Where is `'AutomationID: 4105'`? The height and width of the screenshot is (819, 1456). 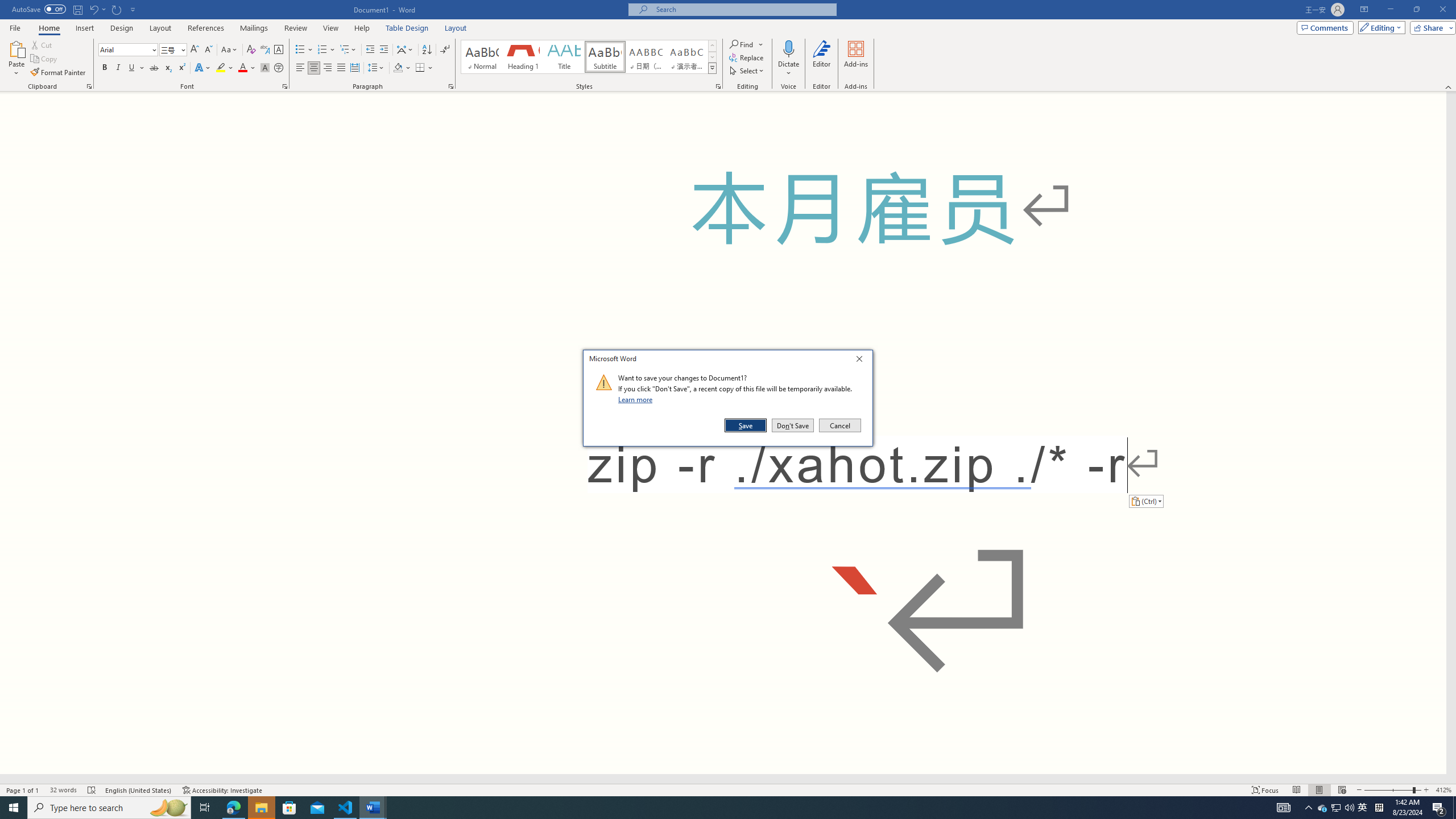
'AutomationID: 4105' is located at coordinates (1283, 806).